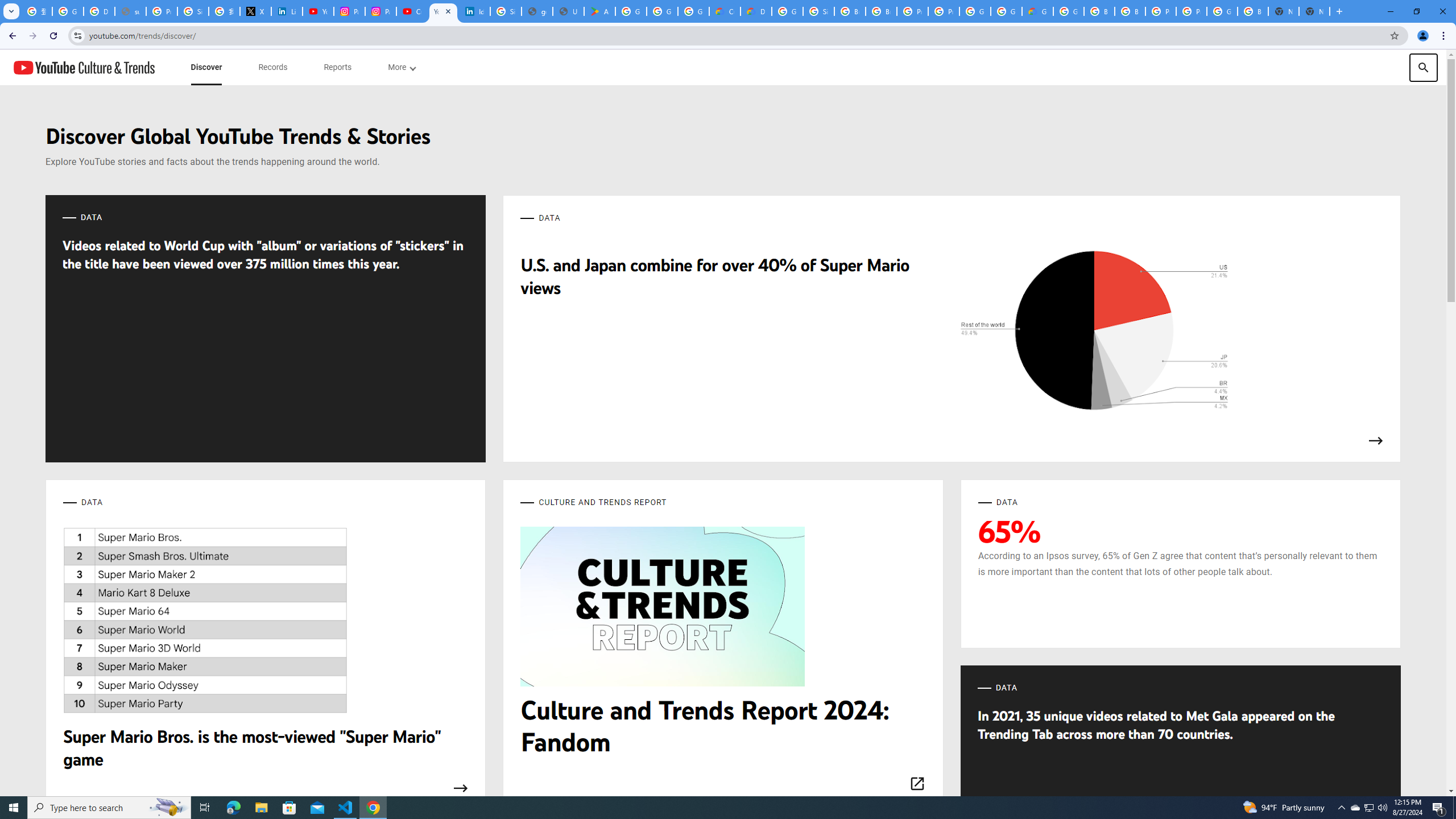  What do you see at coordinates (337, 67) in the screenshot?
I see `'subnav-Reports menupopup'` at bounding box center [337, 67].